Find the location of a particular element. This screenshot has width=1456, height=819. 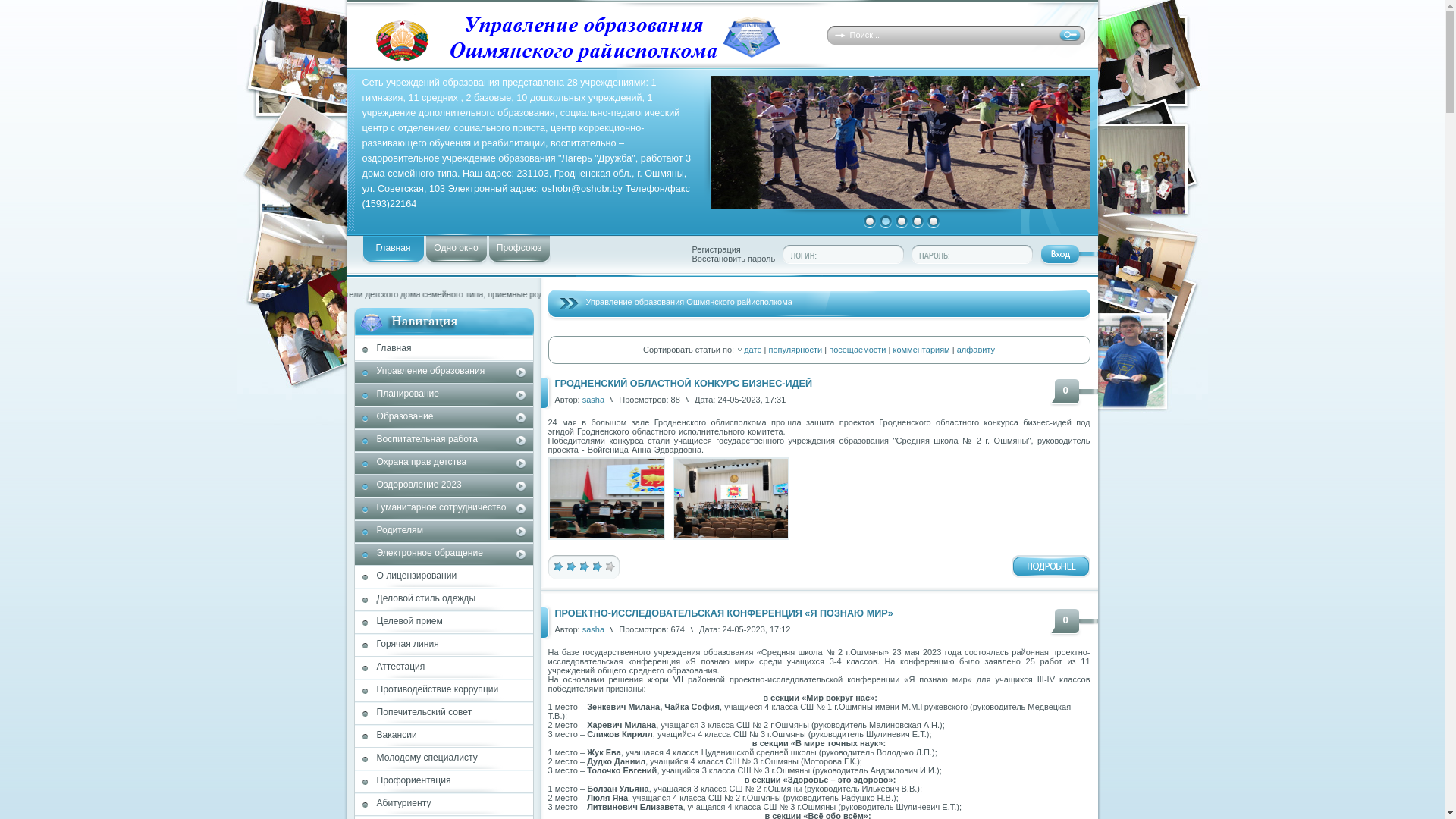

'2' is located at coordinates (570, 566).